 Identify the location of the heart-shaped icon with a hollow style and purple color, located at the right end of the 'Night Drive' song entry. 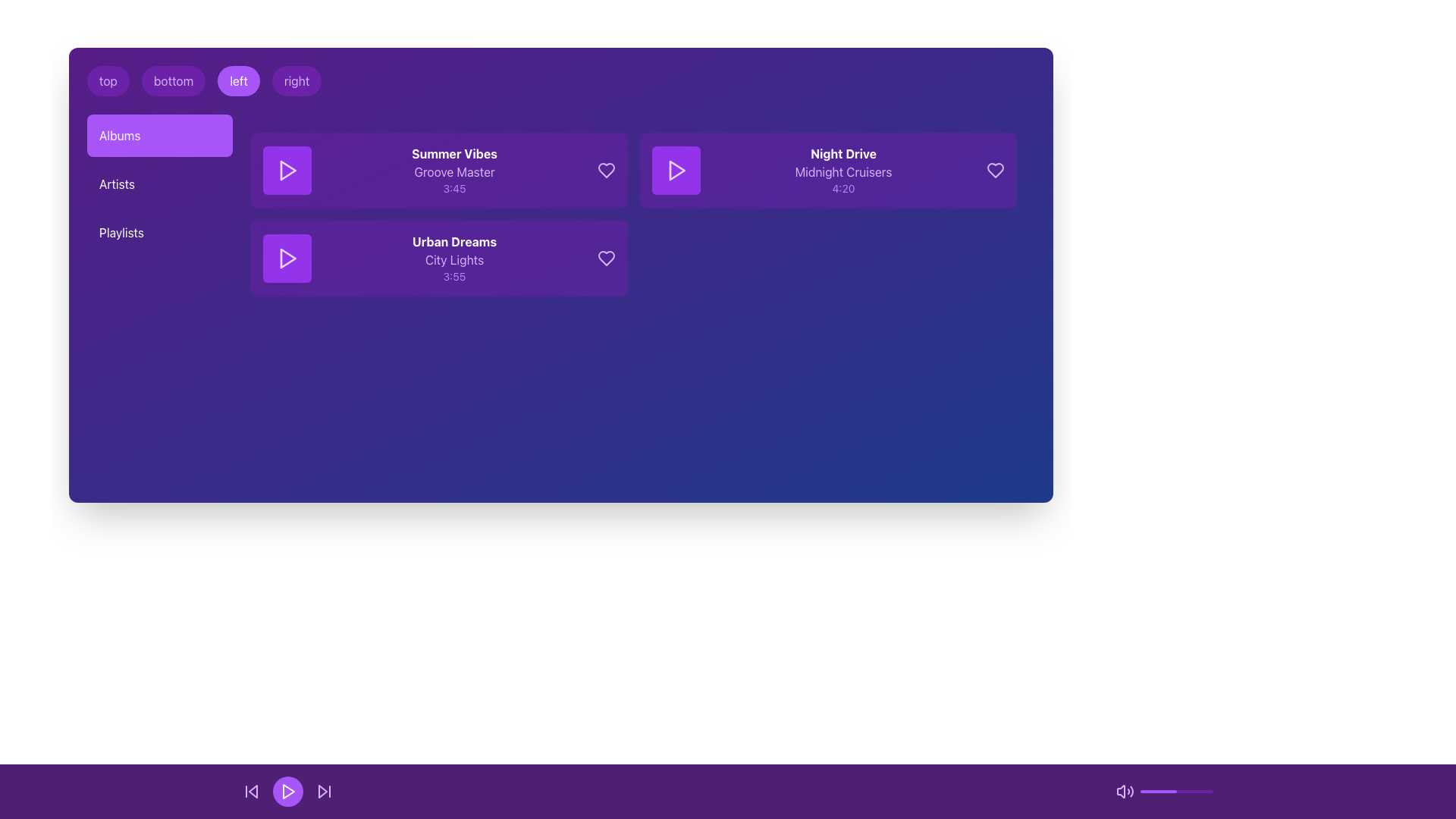
(996, 170).